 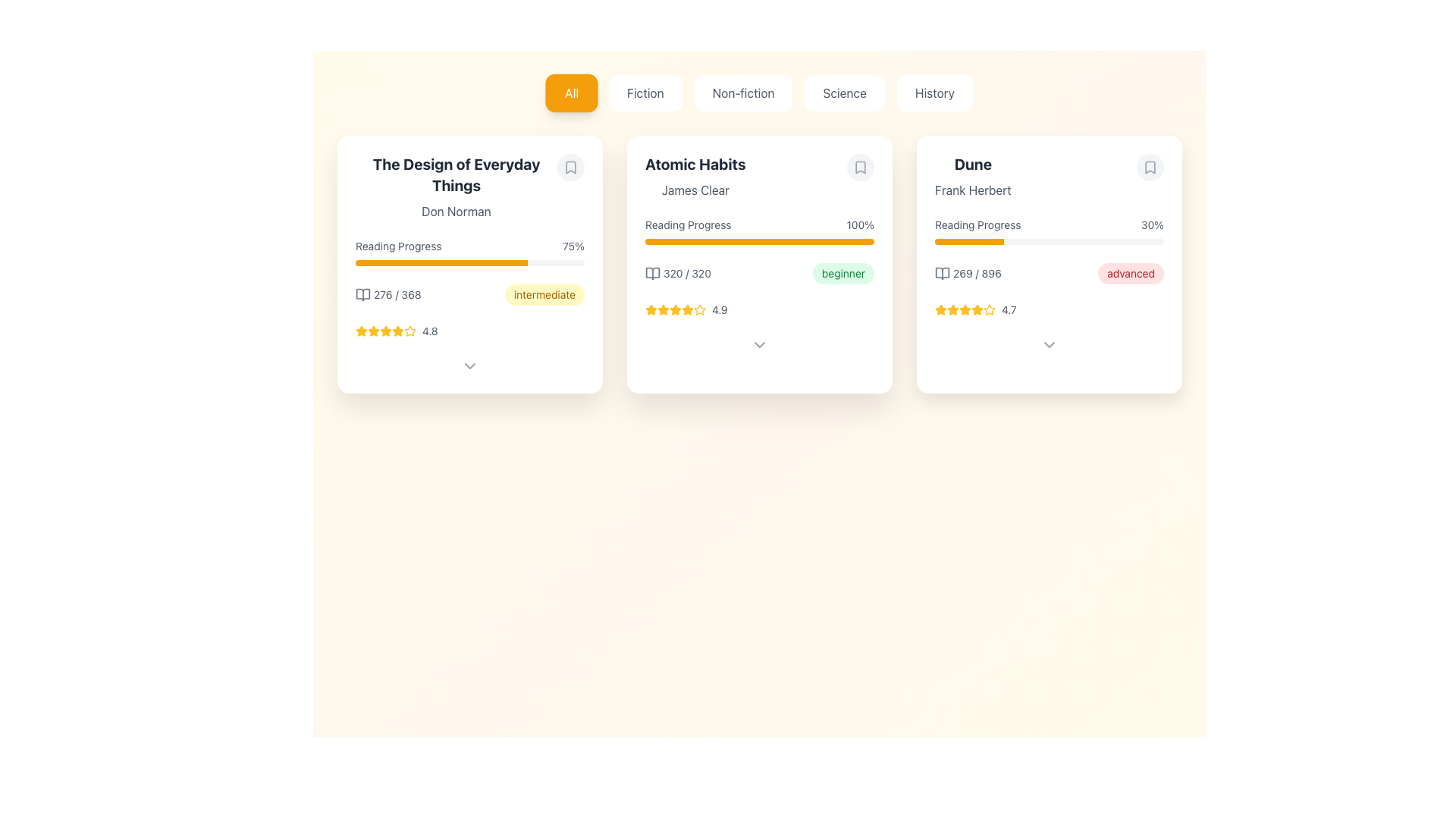 What do you see at coordinates (967, 274) in the screenshot?
I see `accompanying book icon located within the 'Dune' card, specifically below the reading progress bar and to the left of the 'advanced' label` at bounding box center [967, 274].